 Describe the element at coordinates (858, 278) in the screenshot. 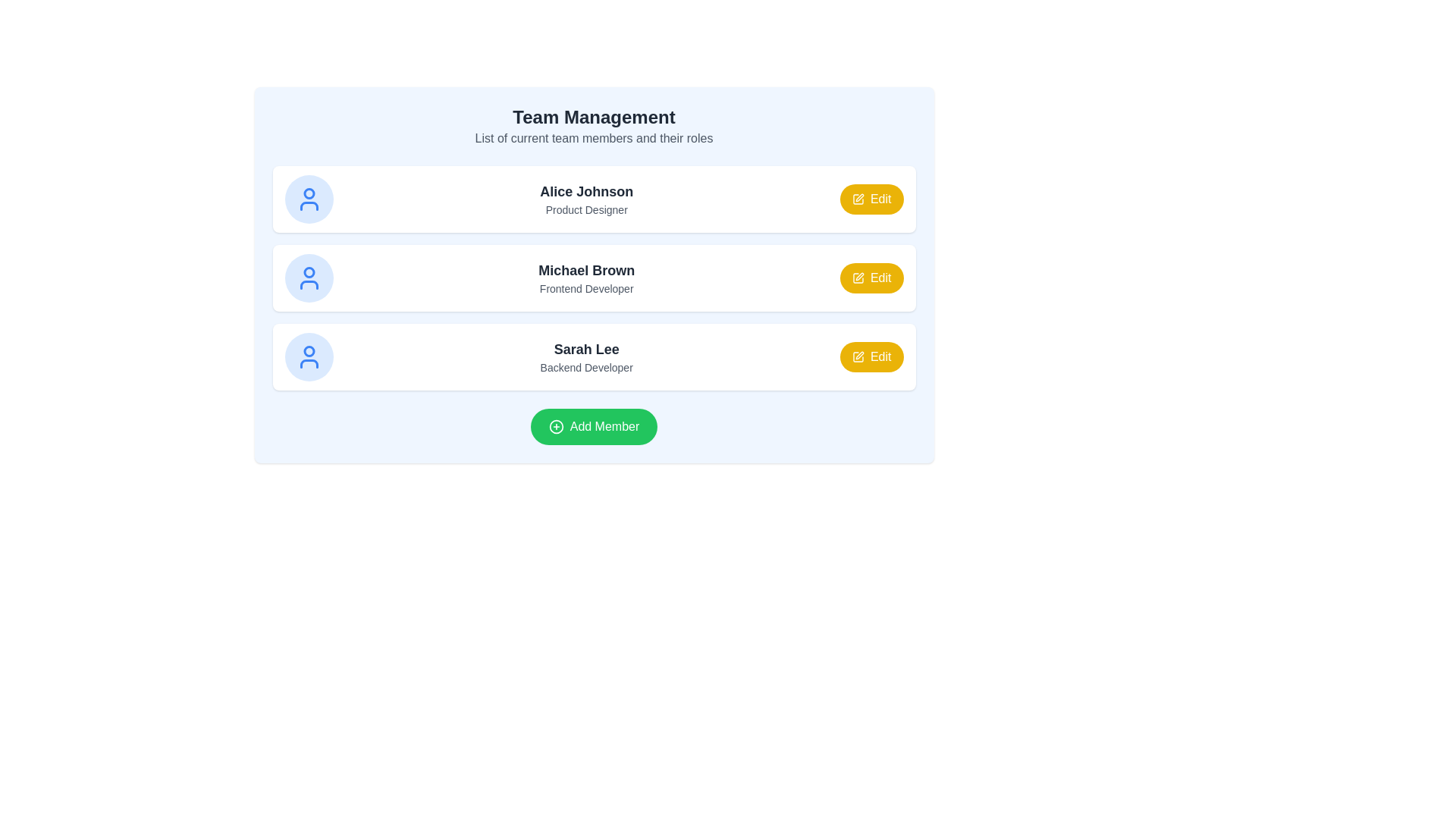

I see `the SVG pen icon within the yellow circular 'Edit' button located in the second list entry for 'Michael Brown - Frontend Developer'` at that location.